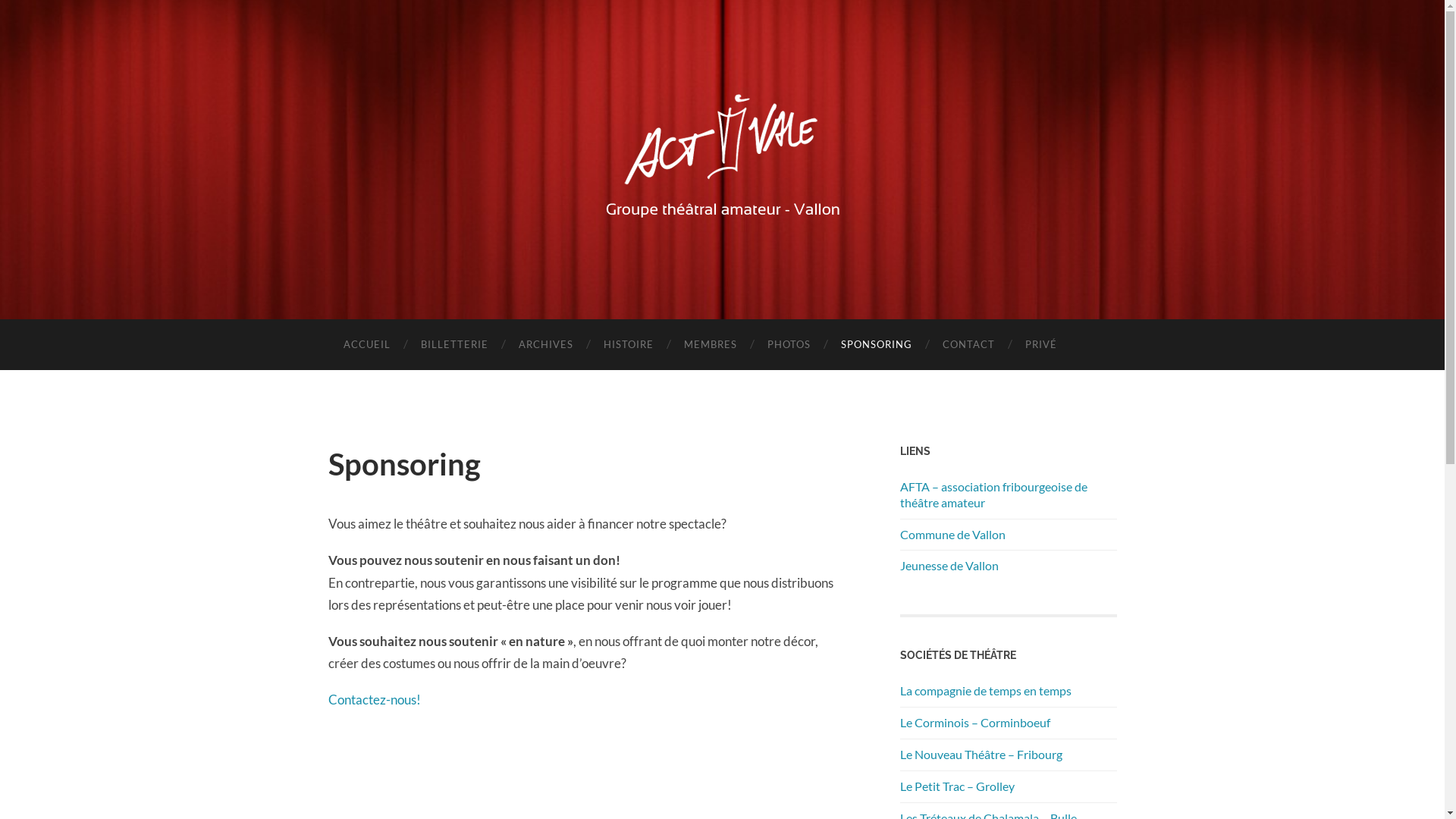 The width and height of the screenshot is (1456, 819). What do you see at coordinates (899, 533) in the screenshot?
I see `'Commune de Vallon'` at bounding box center [899, 533].